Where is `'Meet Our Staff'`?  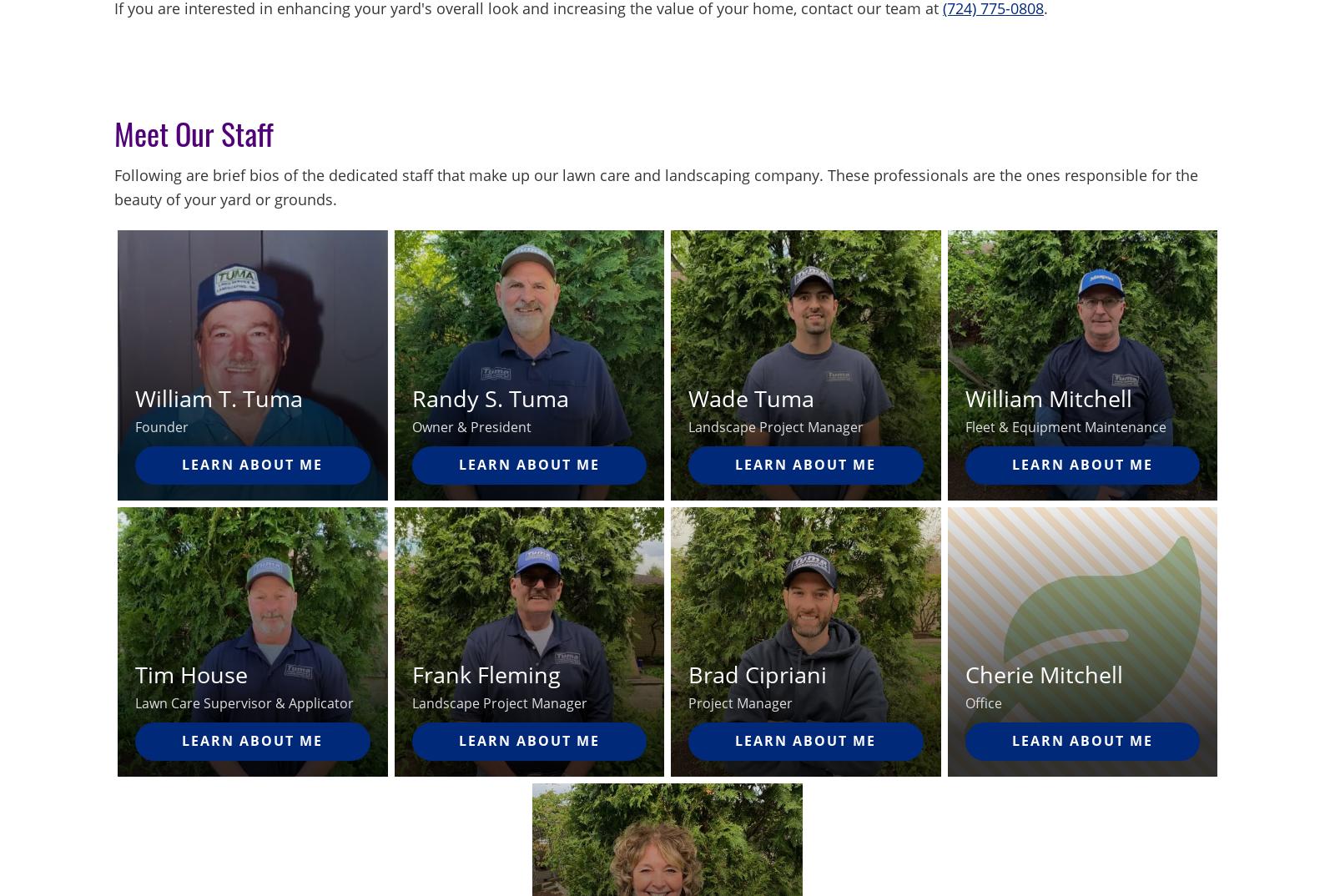
'Meet Our Staff' is located at coordinates (113, 132).